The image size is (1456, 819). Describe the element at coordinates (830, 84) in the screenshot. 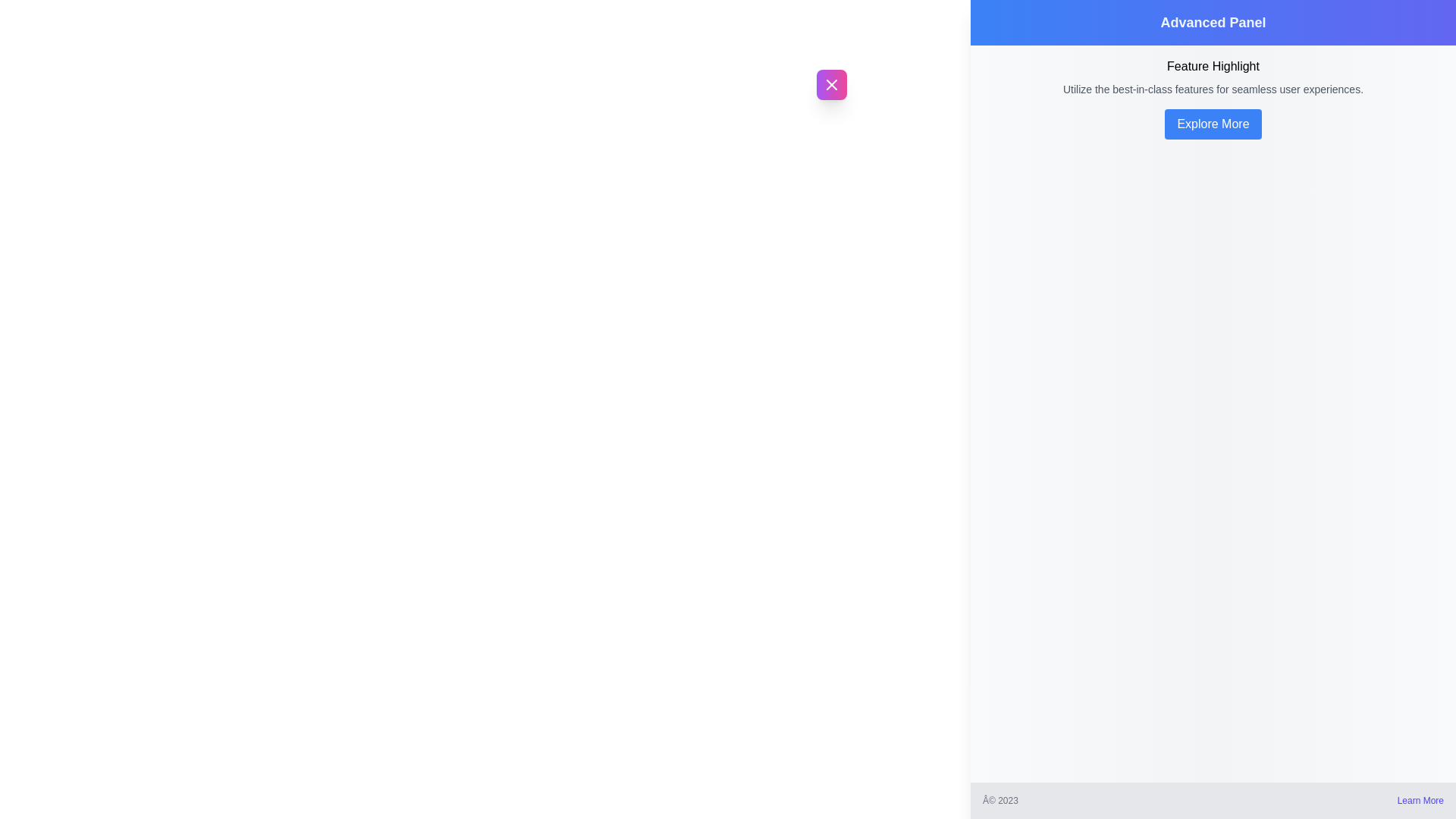

I see `the close button located at the top-right side of the panel to observe any hover effects` at that location.